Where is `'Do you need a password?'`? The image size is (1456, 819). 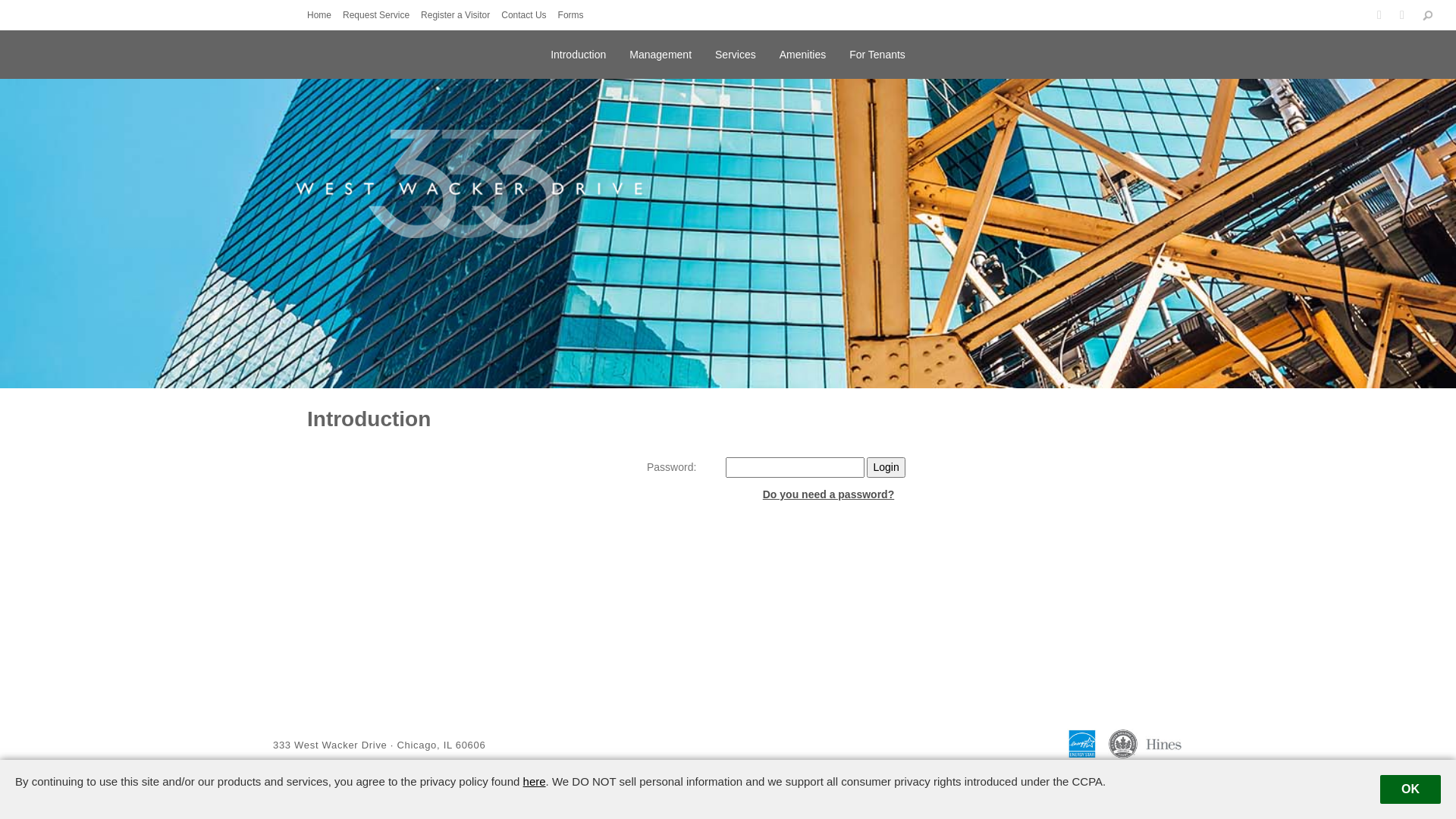
'Do you need a password?' is located at coordinates (827, 494).